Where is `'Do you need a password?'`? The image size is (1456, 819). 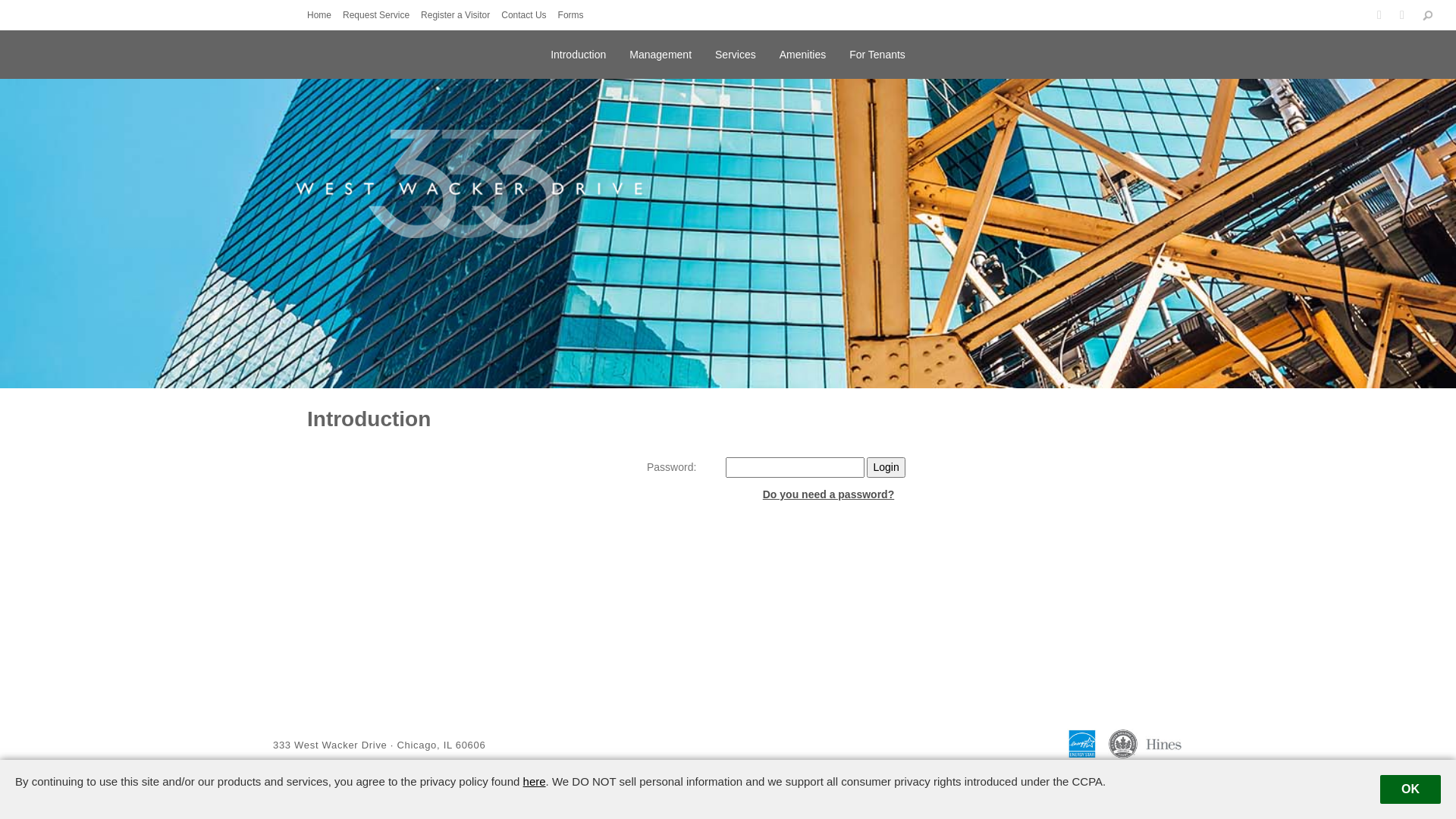
'Do you need a password?' is located at coordinates (827, 494).